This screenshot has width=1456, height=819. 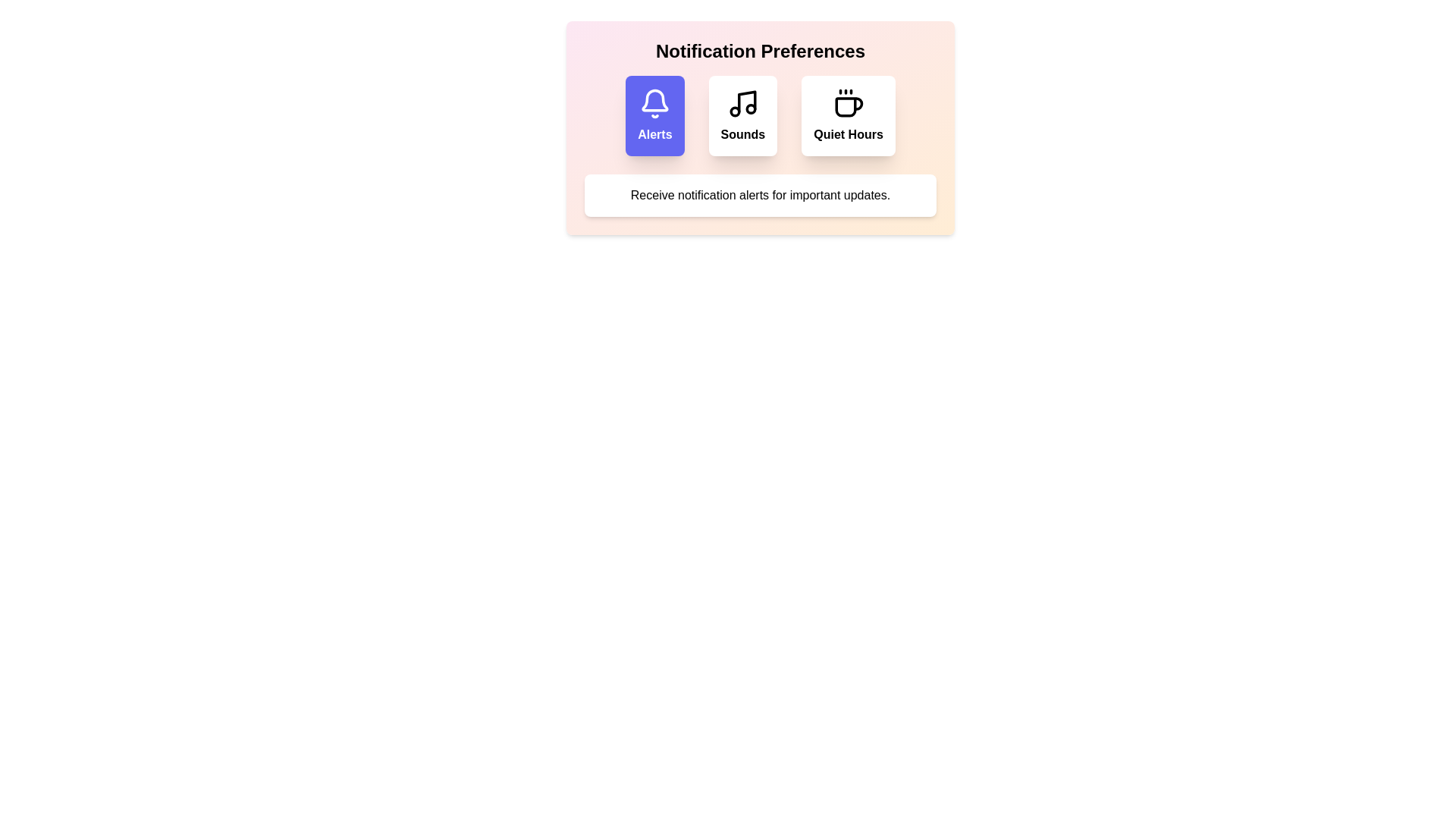 I want to click on the option Sounds to view its description, so click(x=742, y=115).